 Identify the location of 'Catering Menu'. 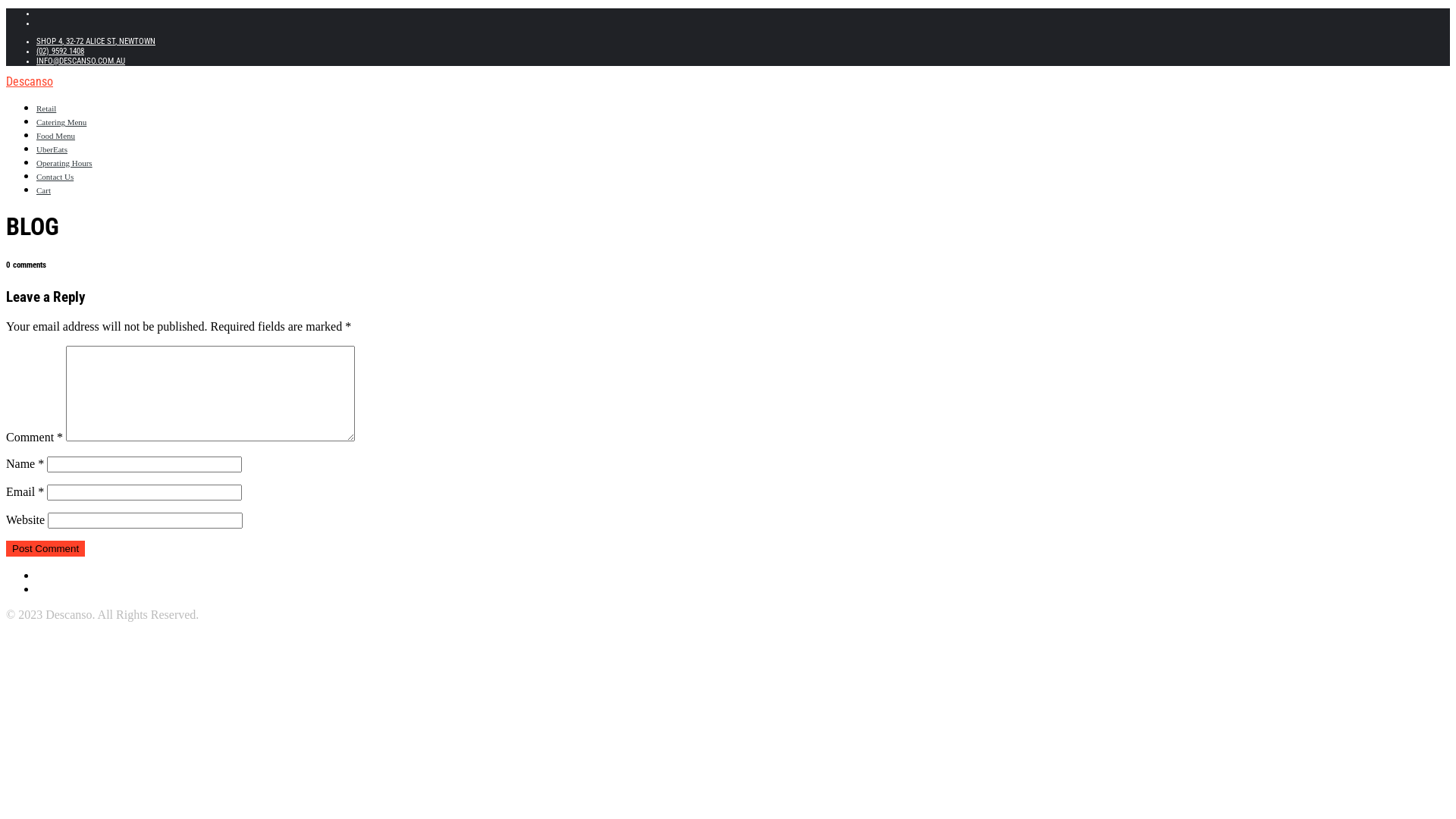
(36, 121).